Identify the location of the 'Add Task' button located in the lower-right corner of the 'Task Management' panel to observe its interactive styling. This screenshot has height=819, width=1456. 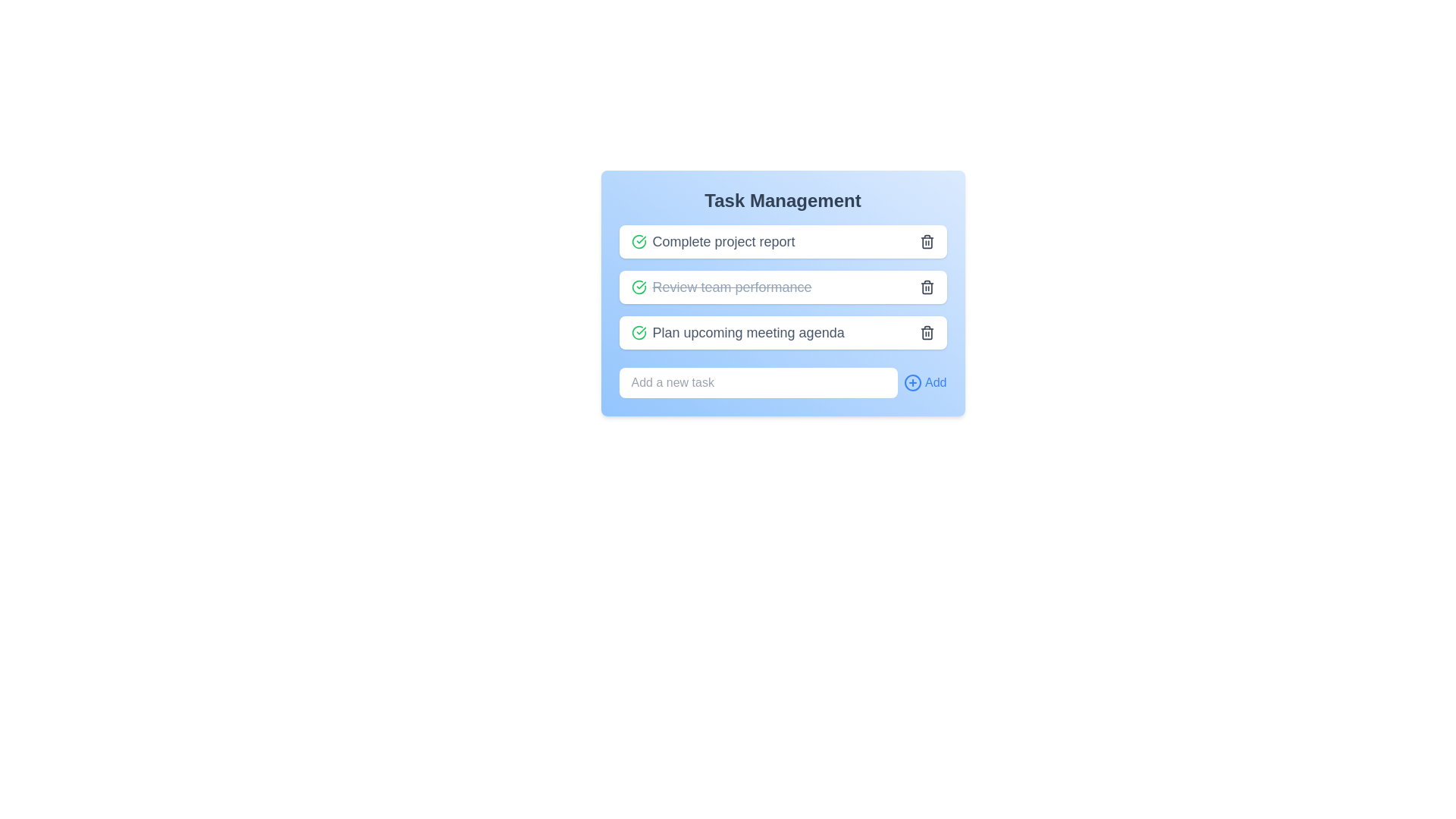
(924, 382).